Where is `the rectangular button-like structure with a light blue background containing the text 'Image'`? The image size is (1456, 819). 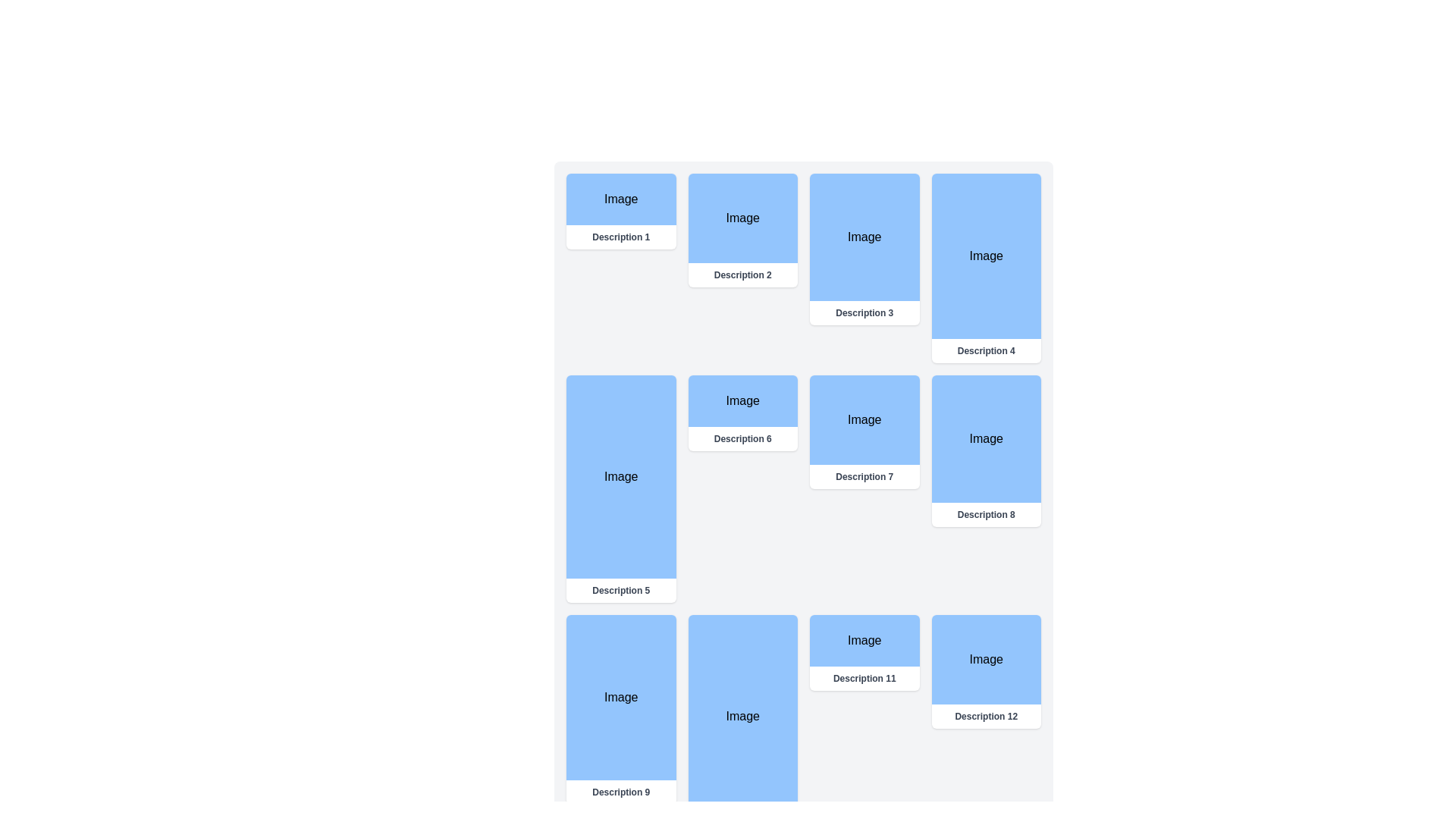 the rectangular button-like structure with a light blue background containing the text 'Image' is located at coordinates (864, 640).